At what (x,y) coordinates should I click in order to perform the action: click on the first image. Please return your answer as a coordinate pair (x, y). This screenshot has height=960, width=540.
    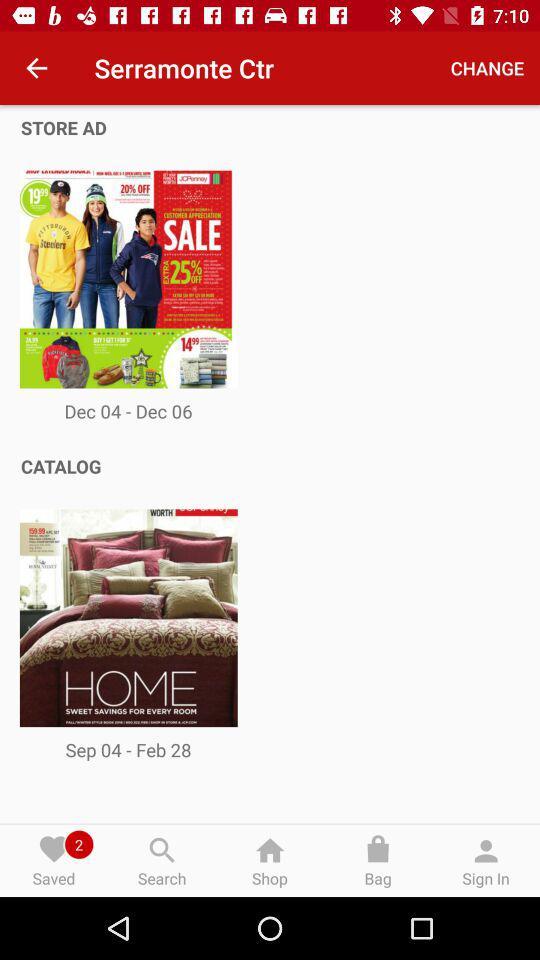
    Looking at the image, I should click on (129, 279).